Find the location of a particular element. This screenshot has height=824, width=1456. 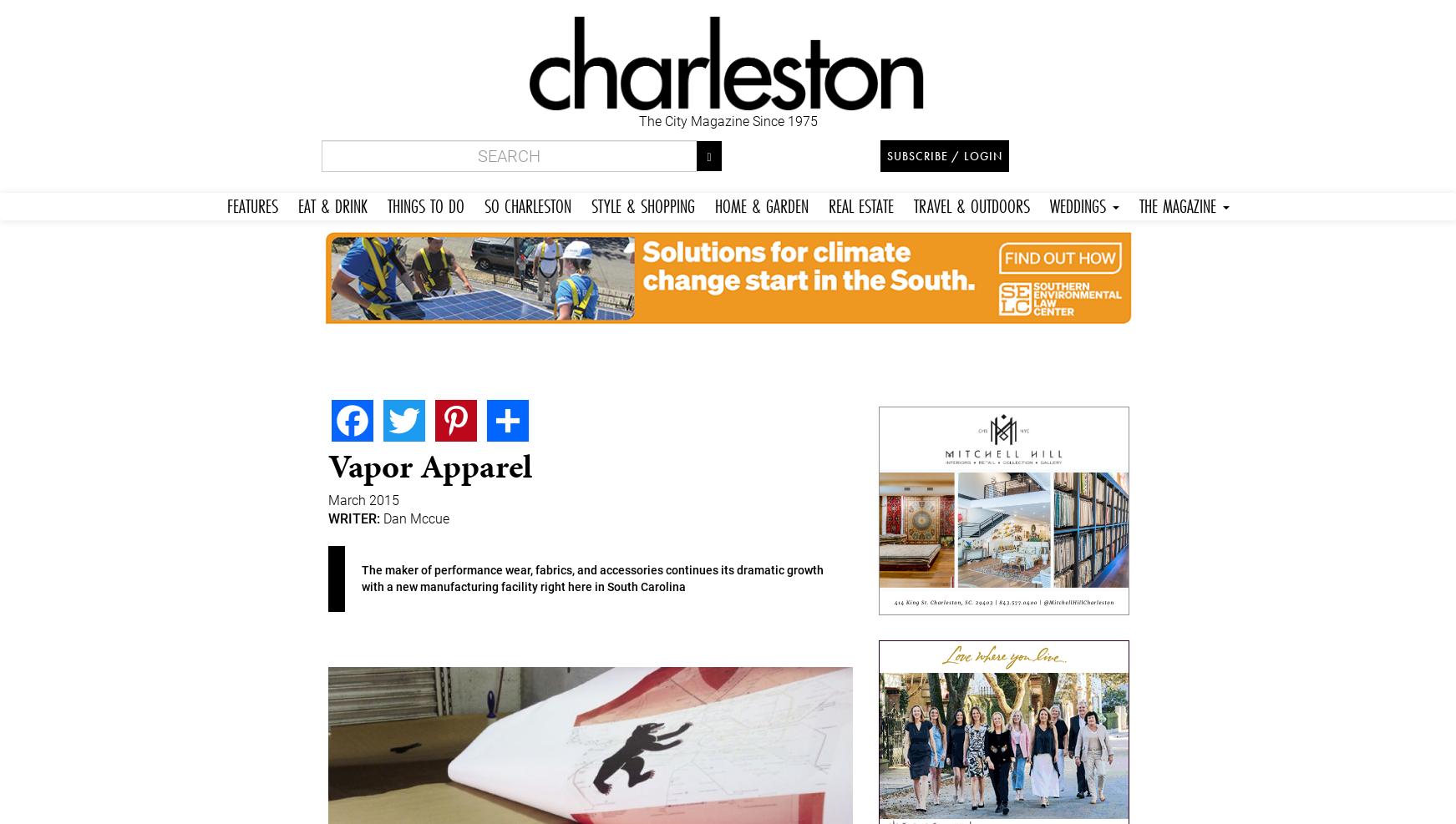

'REAL ESTATE' is located at coordinates (859, 205).